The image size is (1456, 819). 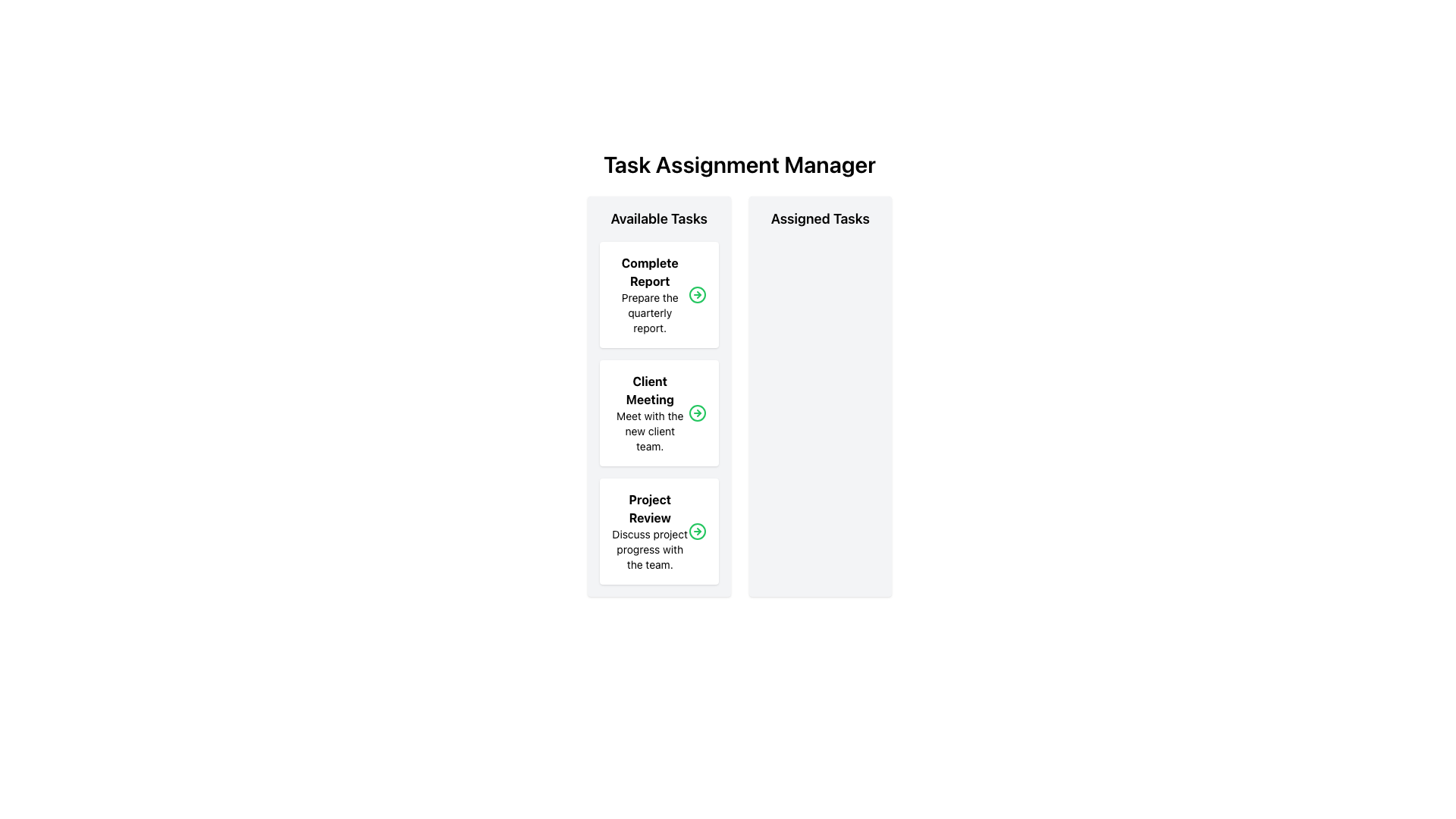 What do you see at coordinates (659, 219) in the screenshot?
I see `the 'Available Tasks' label text, which is styled with a bold font and larger size, located at the top-left corner of the task cards section` at bounding box center [659, 219].